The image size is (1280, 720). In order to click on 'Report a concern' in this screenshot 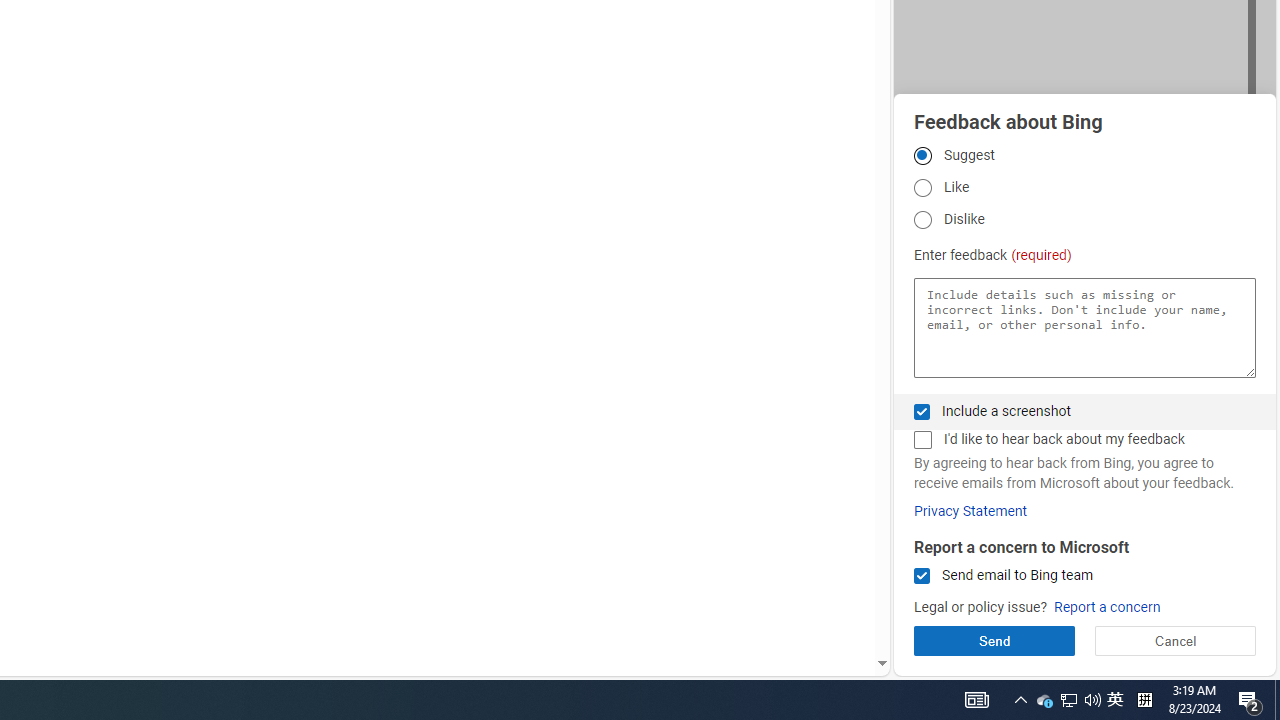, I will do `click(1106, 606)`.